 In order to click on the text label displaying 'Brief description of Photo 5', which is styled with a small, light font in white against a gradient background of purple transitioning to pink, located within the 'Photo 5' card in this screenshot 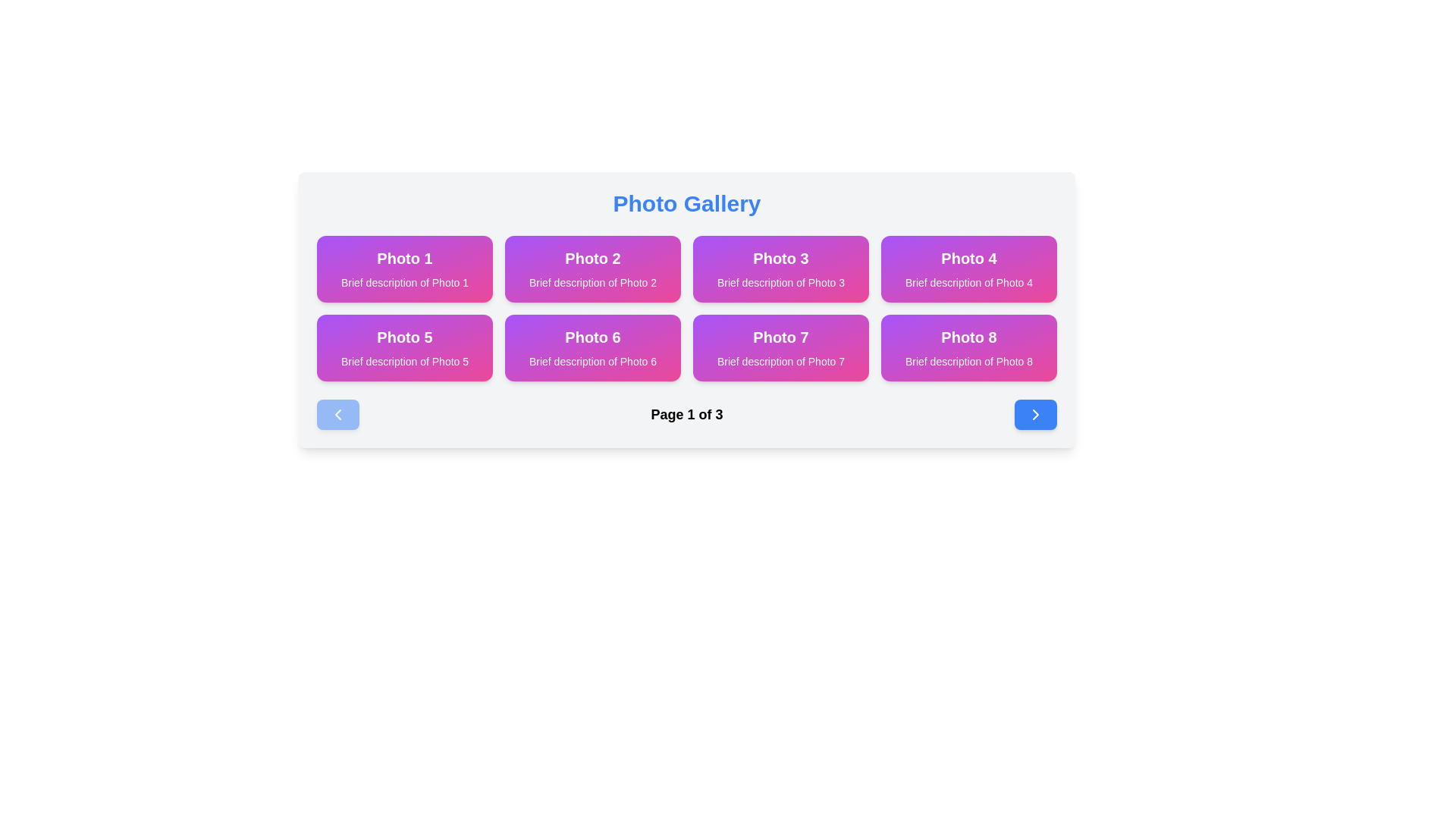, I will do `click(404, 362)`.